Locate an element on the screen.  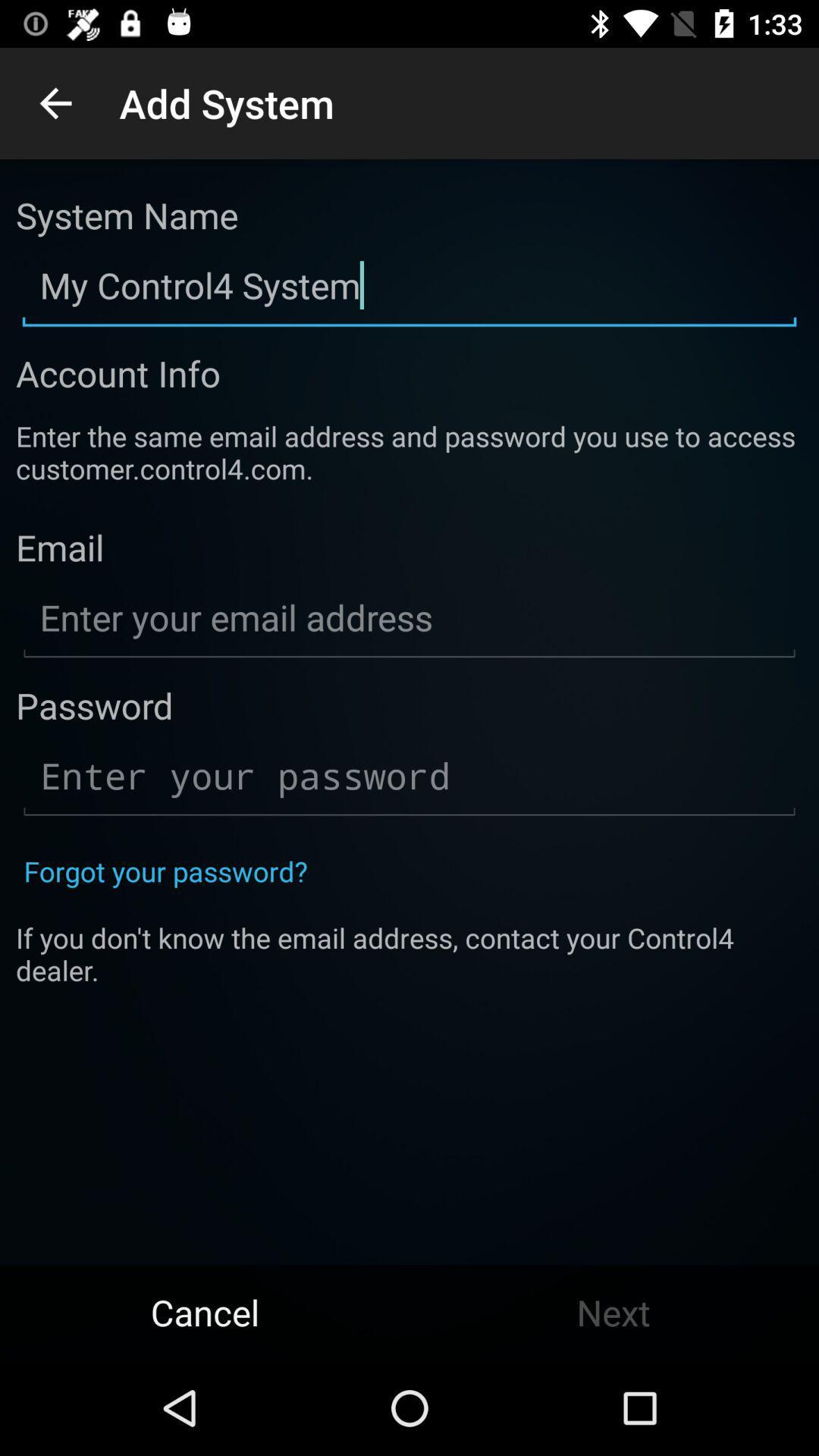
the text below email is located at coordinates (409, 619).